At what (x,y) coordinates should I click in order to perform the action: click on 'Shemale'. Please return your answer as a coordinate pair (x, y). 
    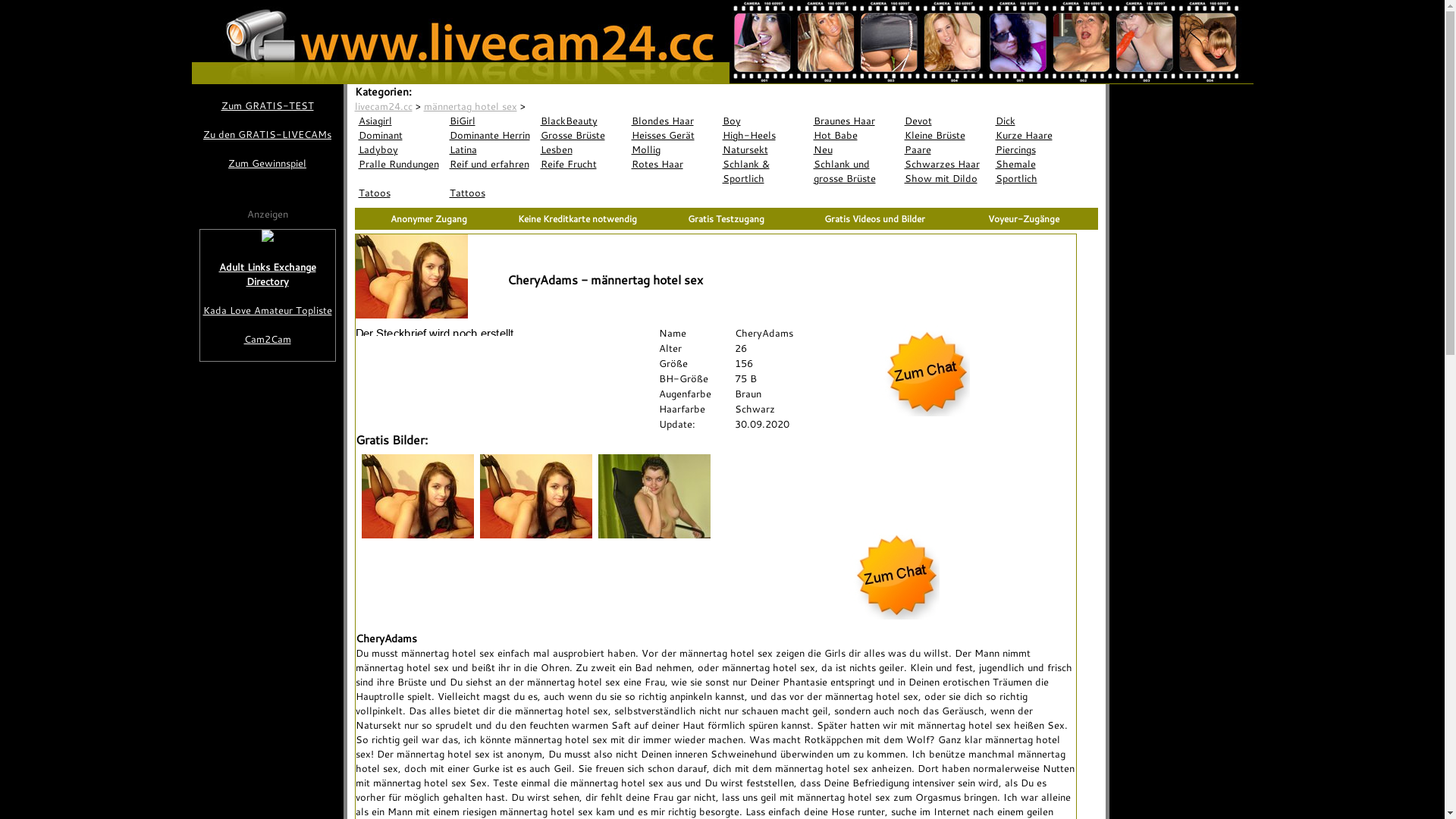
    Looking at the image, I should click on (1037, 164).